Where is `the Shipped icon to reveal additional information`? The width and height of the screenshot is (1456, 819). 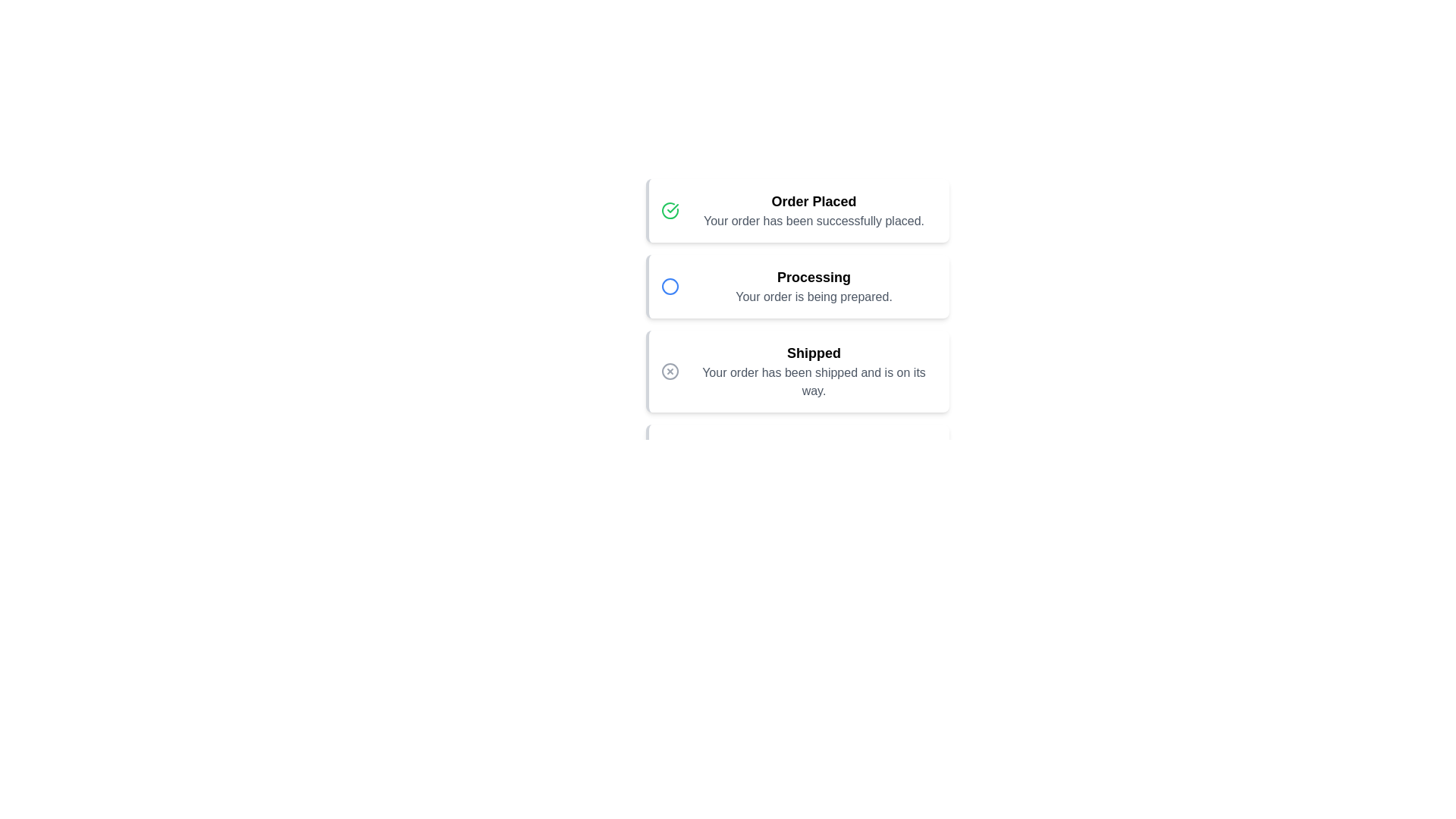
the Shipped icon to reveal additional information is located at coordinates (669, 371).